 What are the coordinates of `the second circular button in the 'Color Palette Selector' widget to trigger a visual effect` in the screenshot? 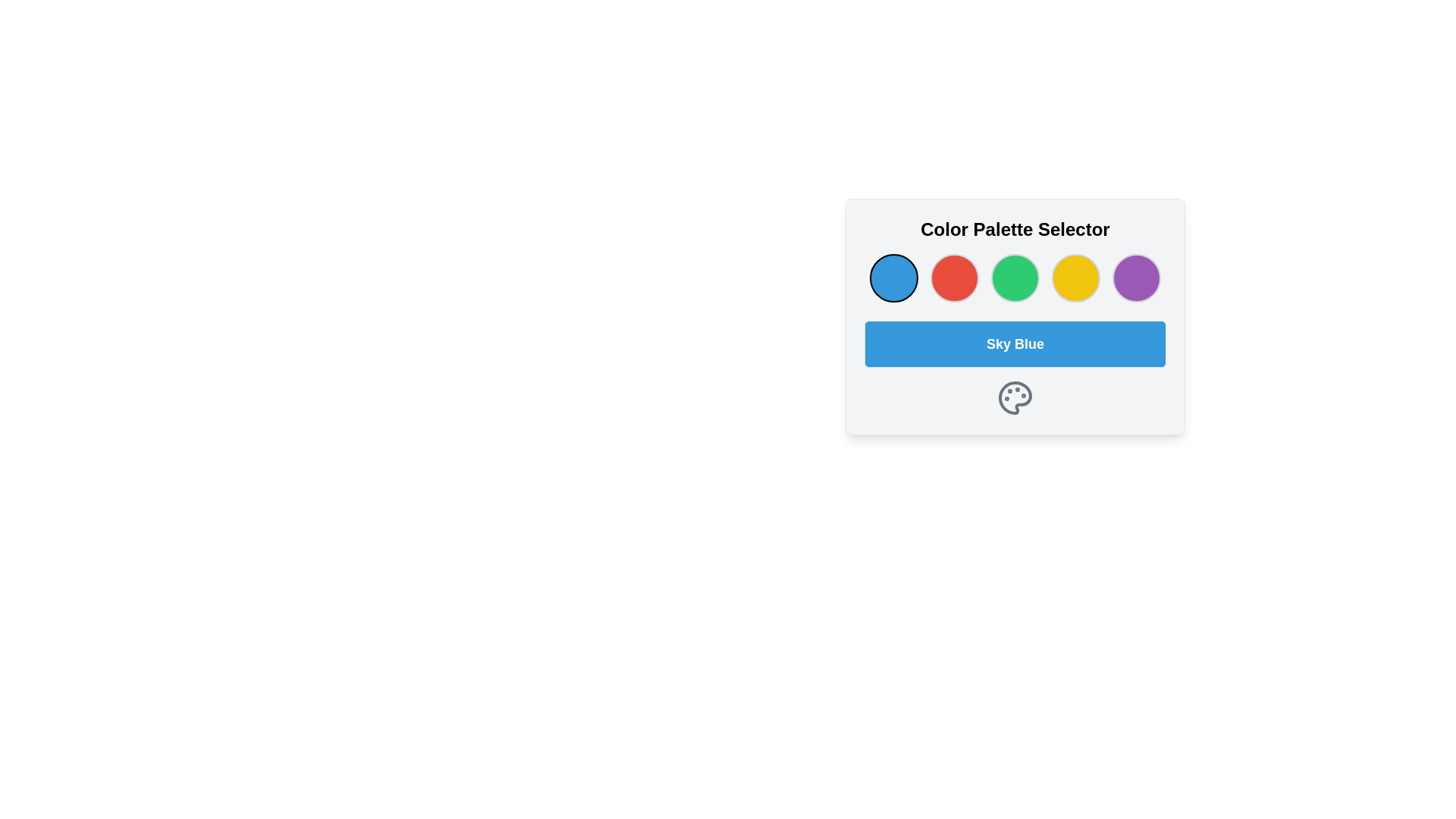 It's located at (953, 278).